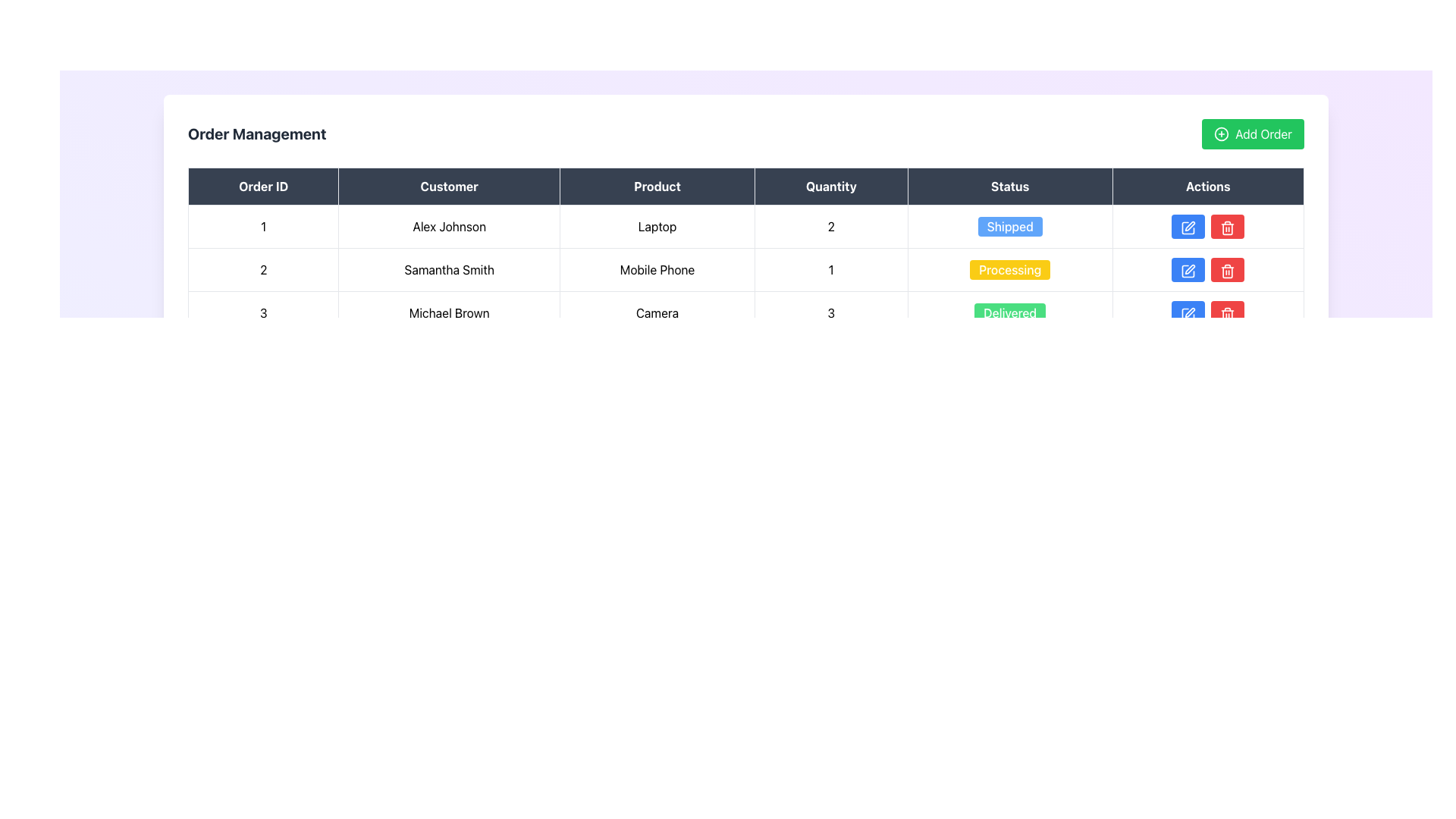  Describe the element at coordinates (1188, 270) in the screenshot. I see `the blue square-shaped button with a pen-like figure in the 'Actions' column of the second row in the table` at that location.